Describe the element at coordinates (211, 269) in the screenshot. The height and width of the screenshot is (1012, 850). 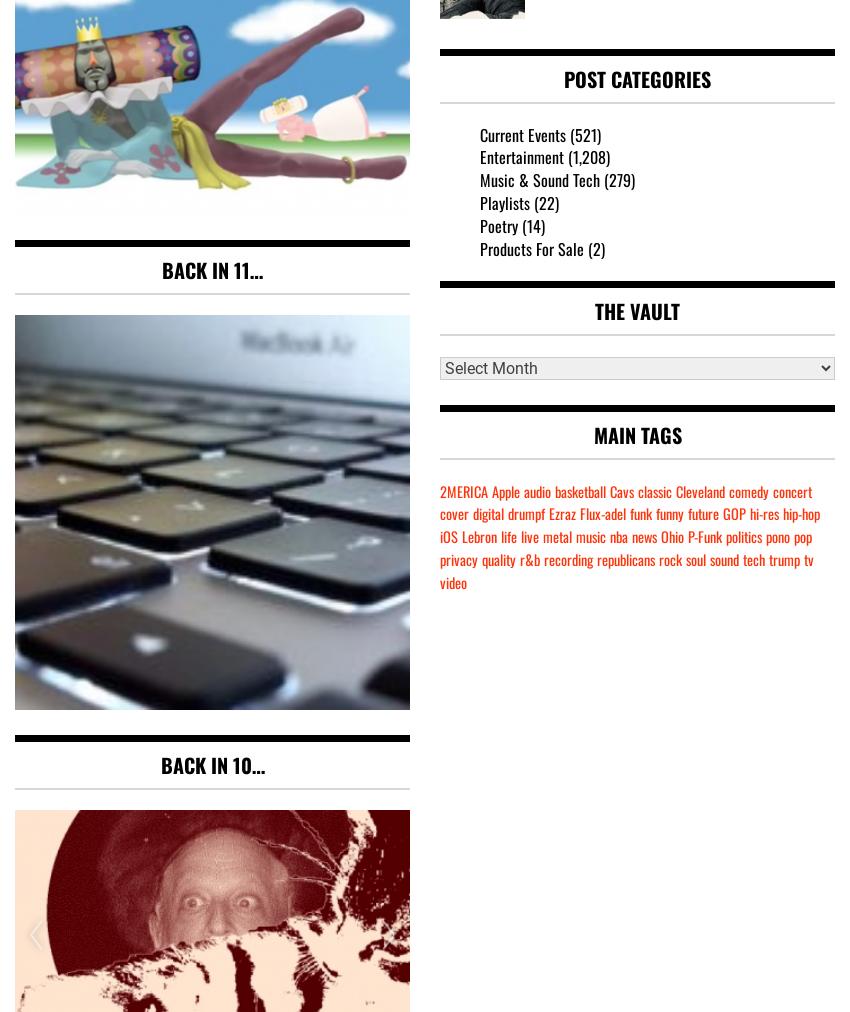
I see `'Back in 11…'` at that location.